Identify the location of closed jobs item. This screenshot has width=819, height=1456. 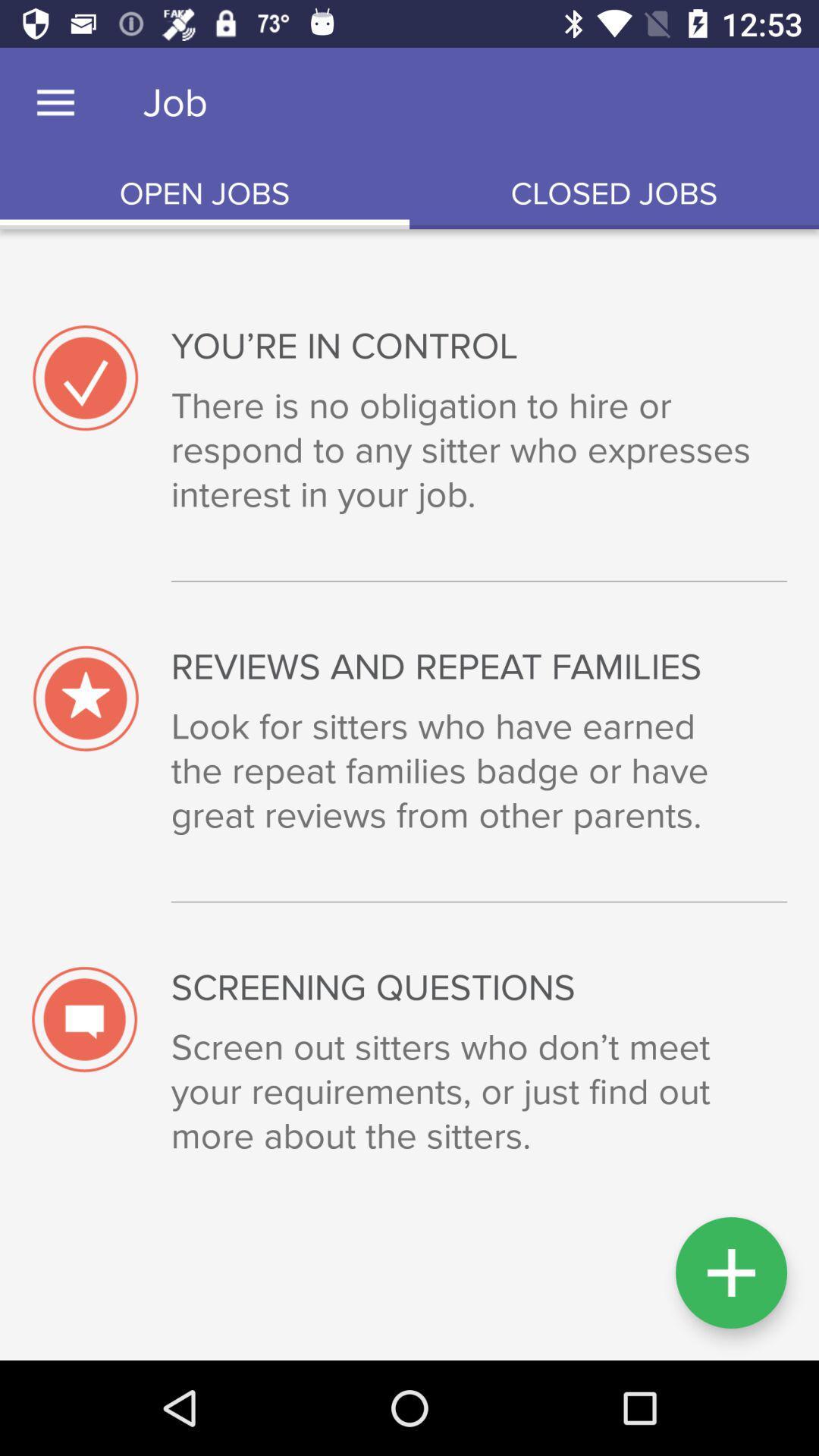
(614, 193).